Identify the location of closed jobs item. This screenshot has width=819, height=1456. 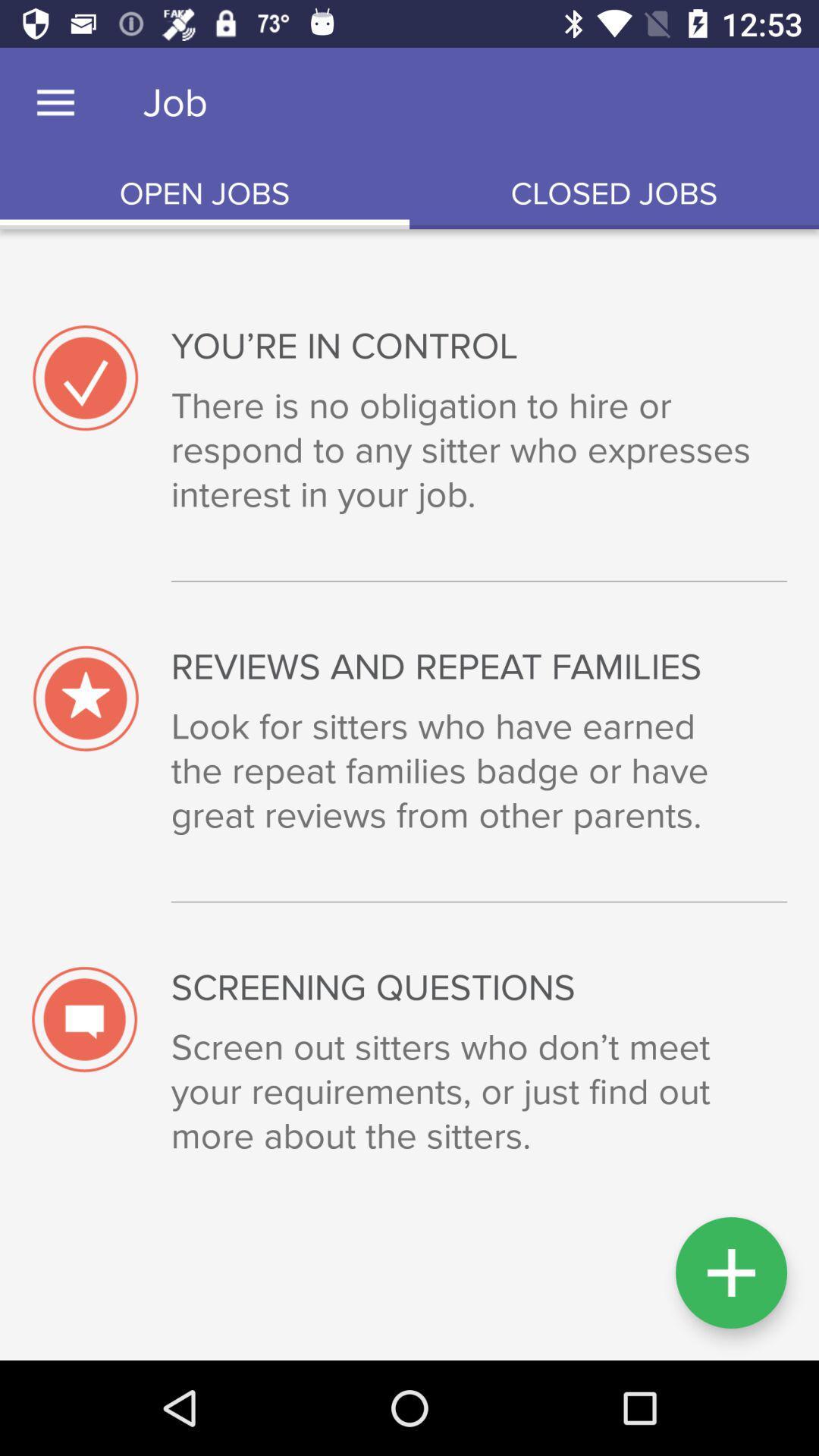
(614, 193).